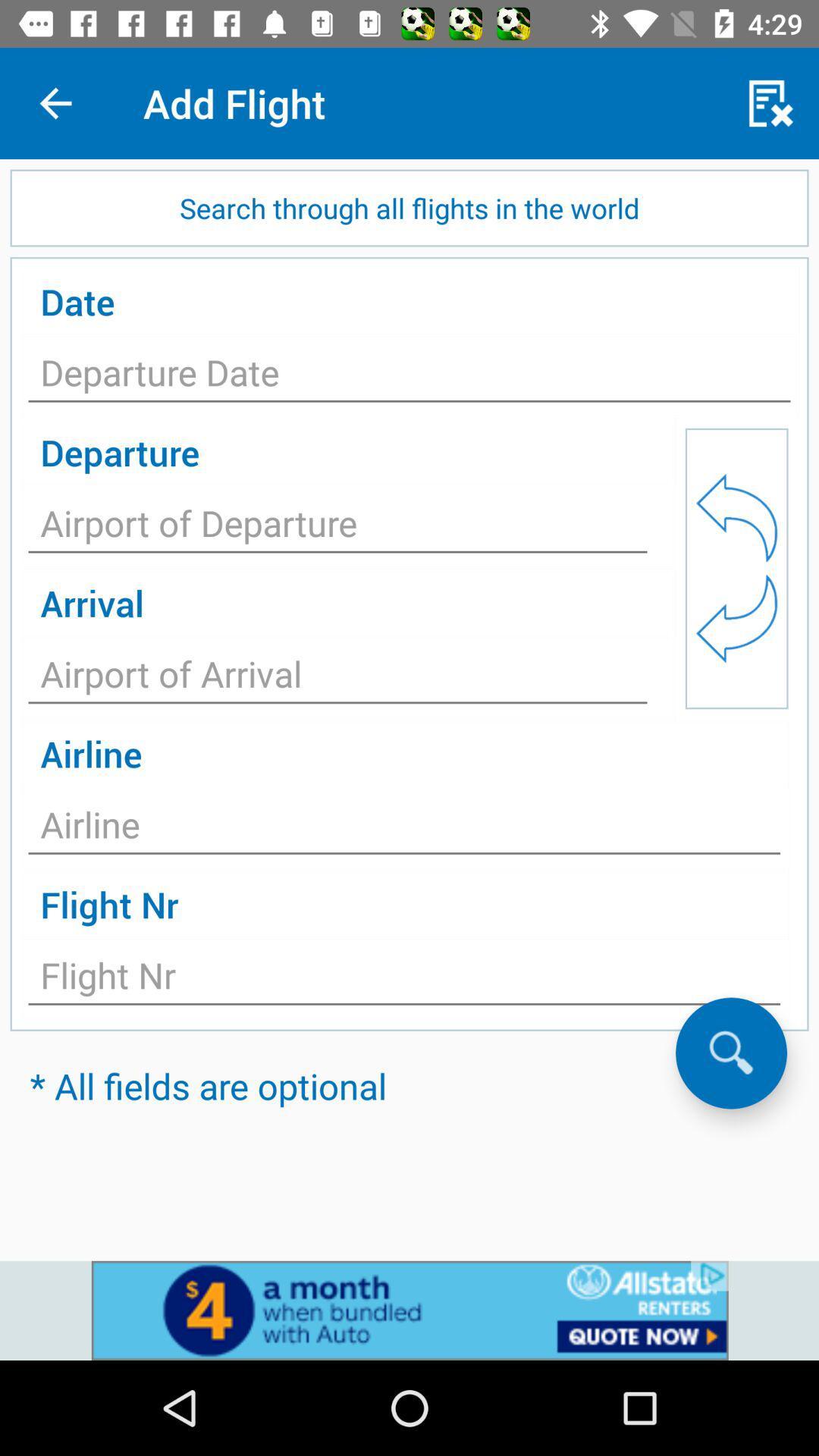 The width and height of the screenshot is (819, 1456). What do you see at coordinates (403, 980) in the screenshot?
I see `insert flight number` at bounding box center [403, 980].